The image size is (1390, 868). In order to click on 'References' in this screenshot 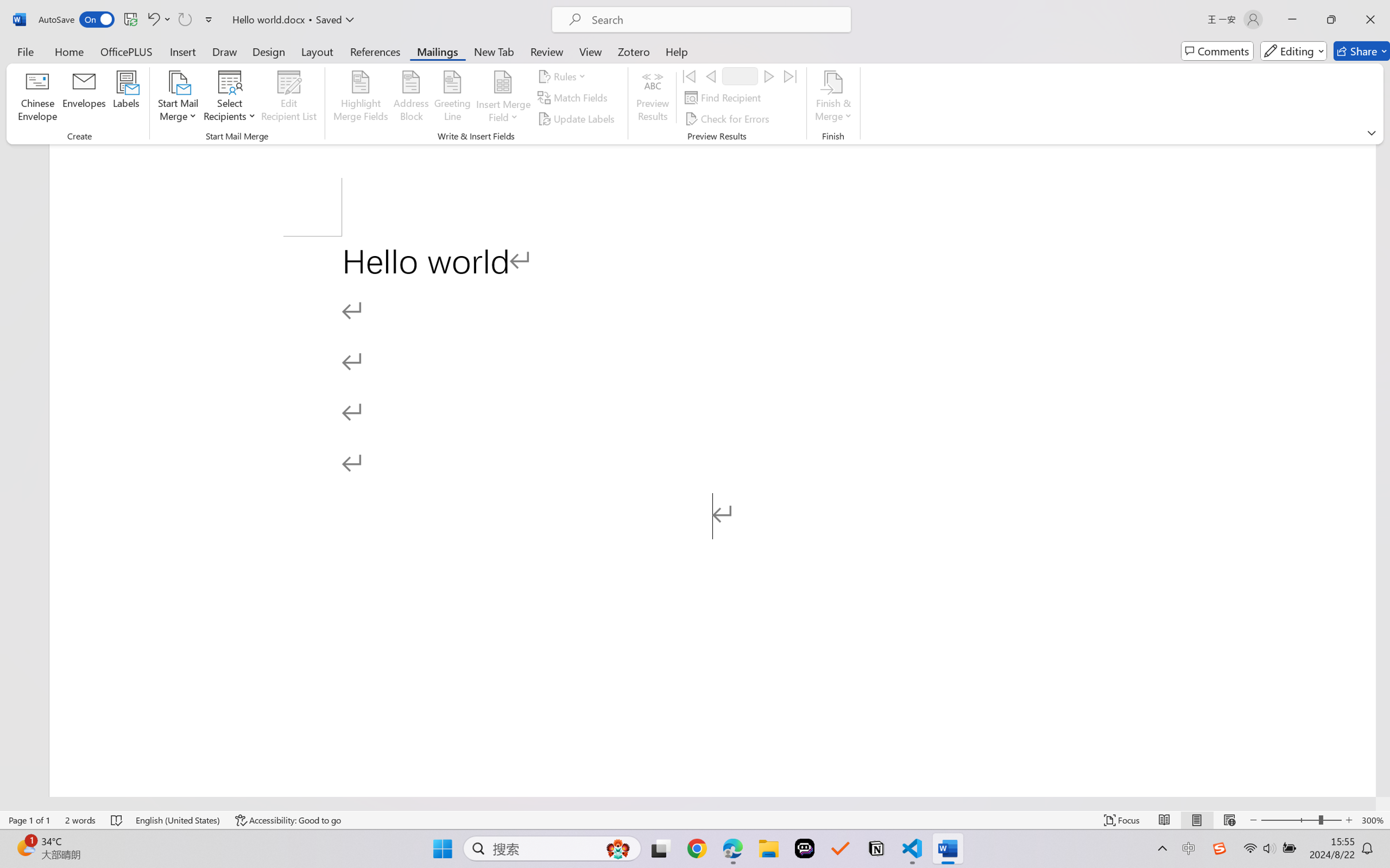, I will do `click(375, 51)`.